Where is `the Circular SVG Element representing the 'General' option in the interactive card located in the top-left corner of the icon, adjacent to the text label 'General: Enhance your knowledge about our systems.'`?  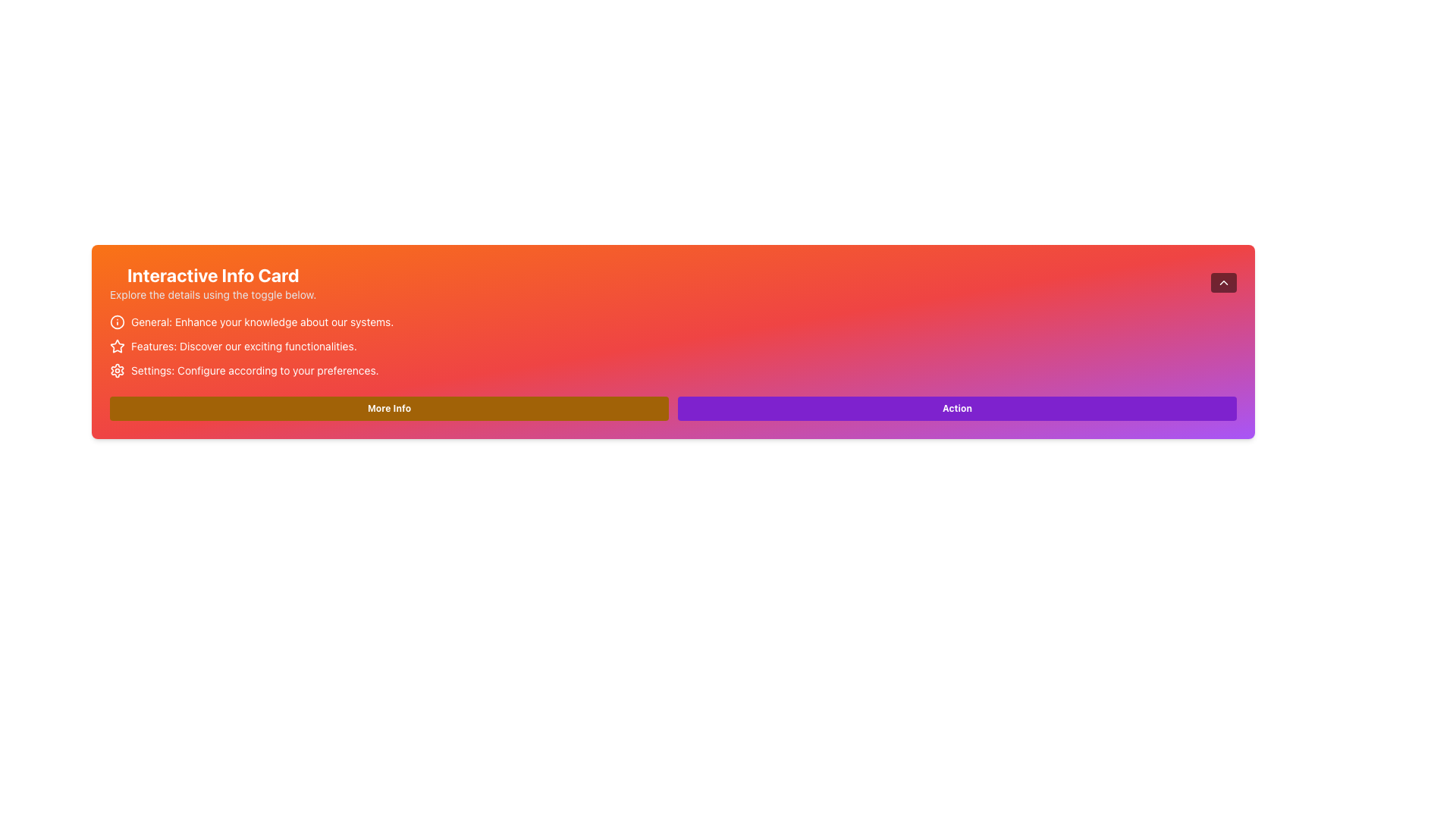 the Circular SVG Element representing the 'General' option in the interactive card located in the top-left corner of the icon, adjacent to the text label 'General: Enhance your knowledge about our systems.' is located at coordinates (116, 321).